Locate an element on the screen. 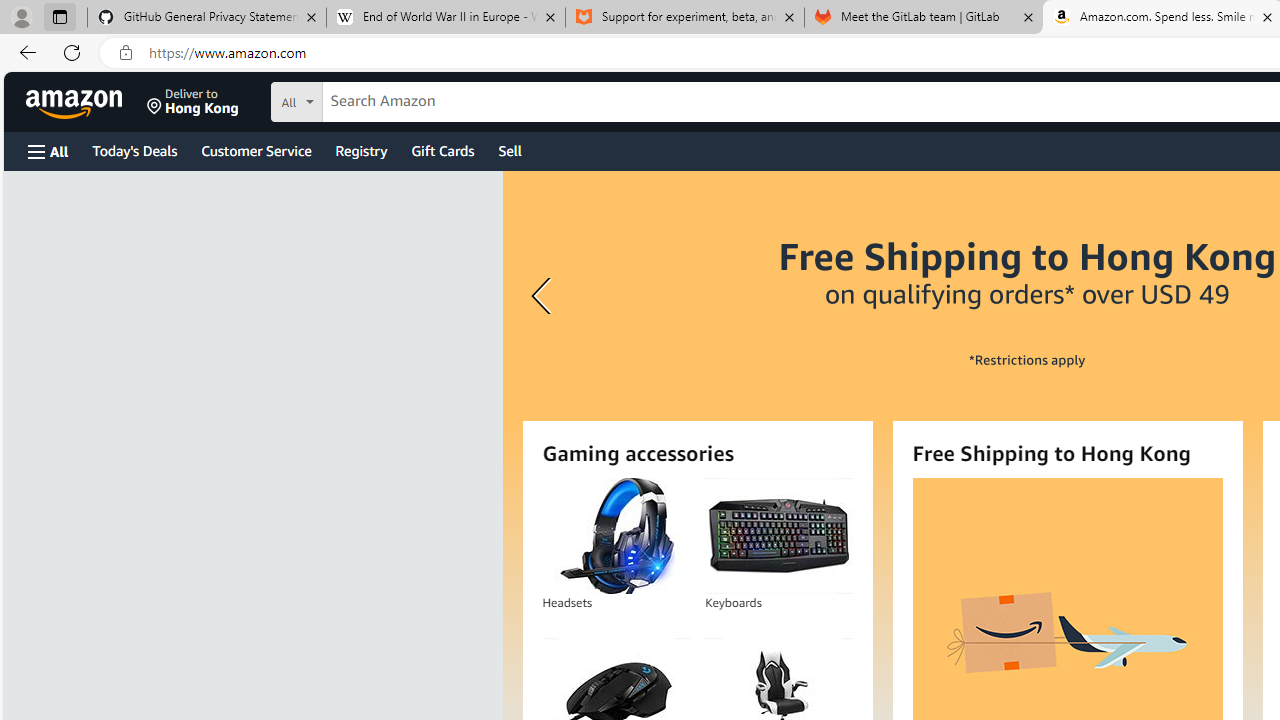 The image size is (1280, 720). 'Meet the GitLab team | GitLab' is located at coordinates (923, 17).